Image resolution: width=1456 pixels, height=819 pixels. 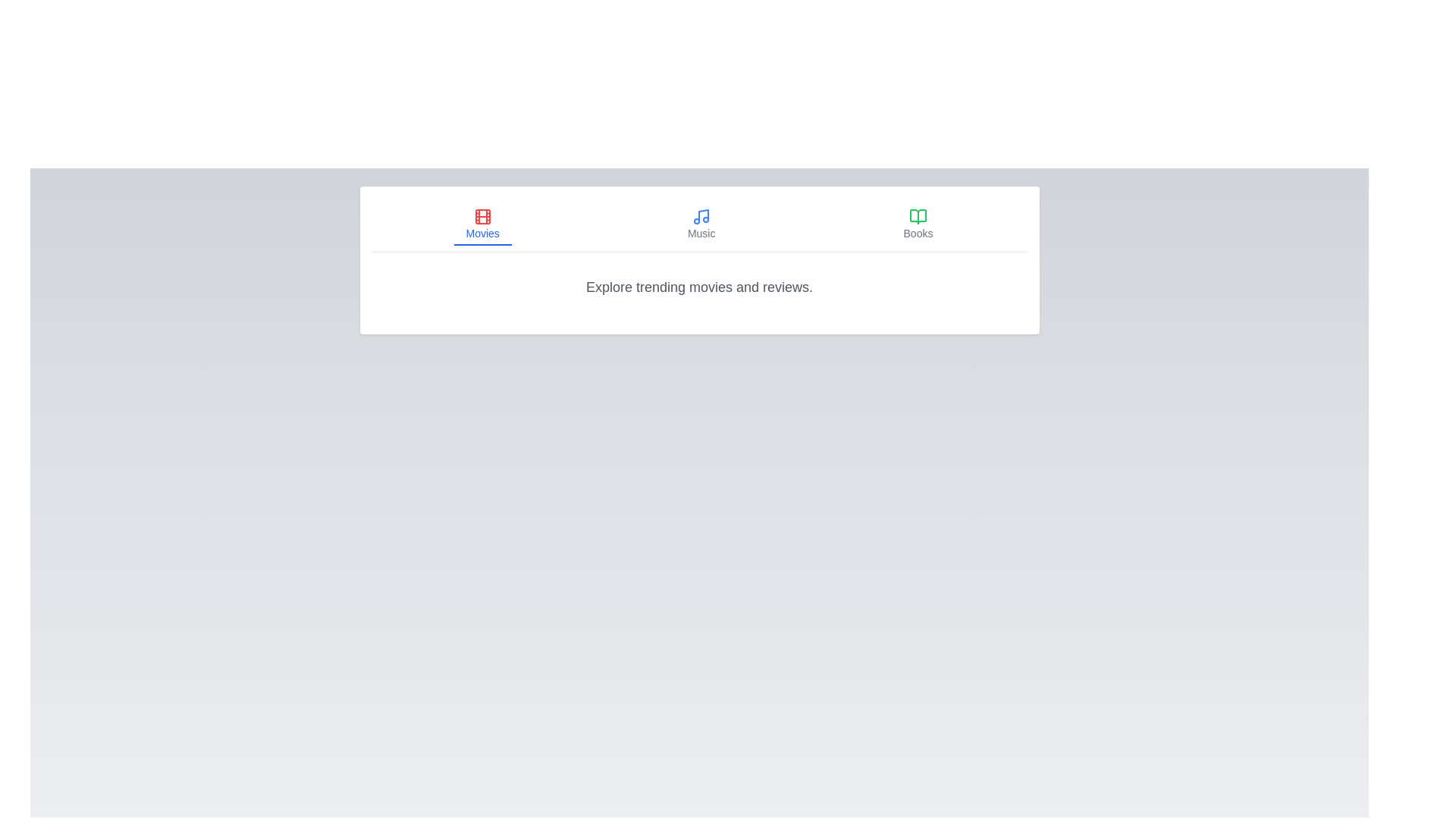 I want to click on the tab labeled Books to view its content, so click(x=917, y=225).